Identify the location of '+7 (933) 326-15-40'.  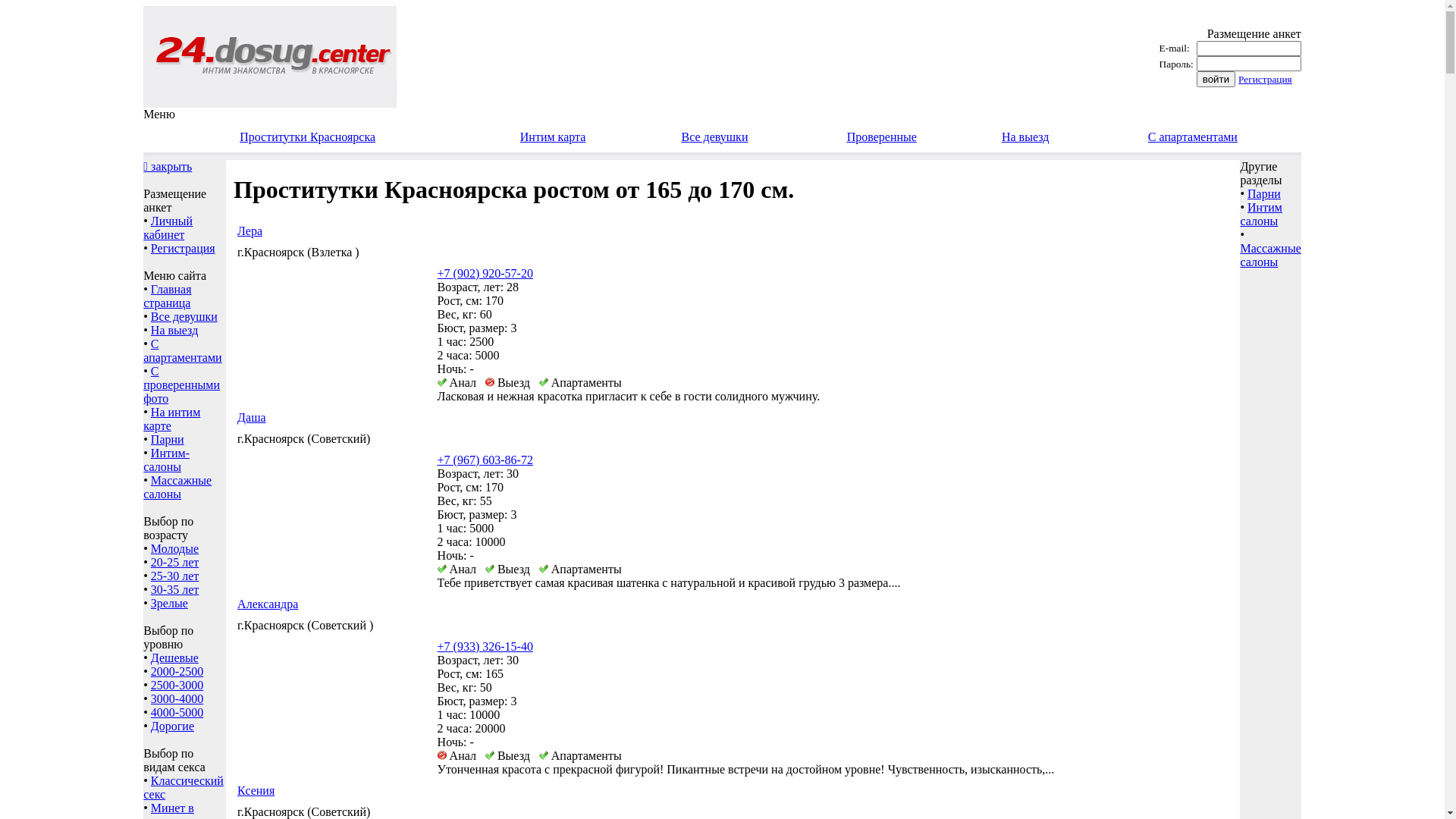
(484, 646).